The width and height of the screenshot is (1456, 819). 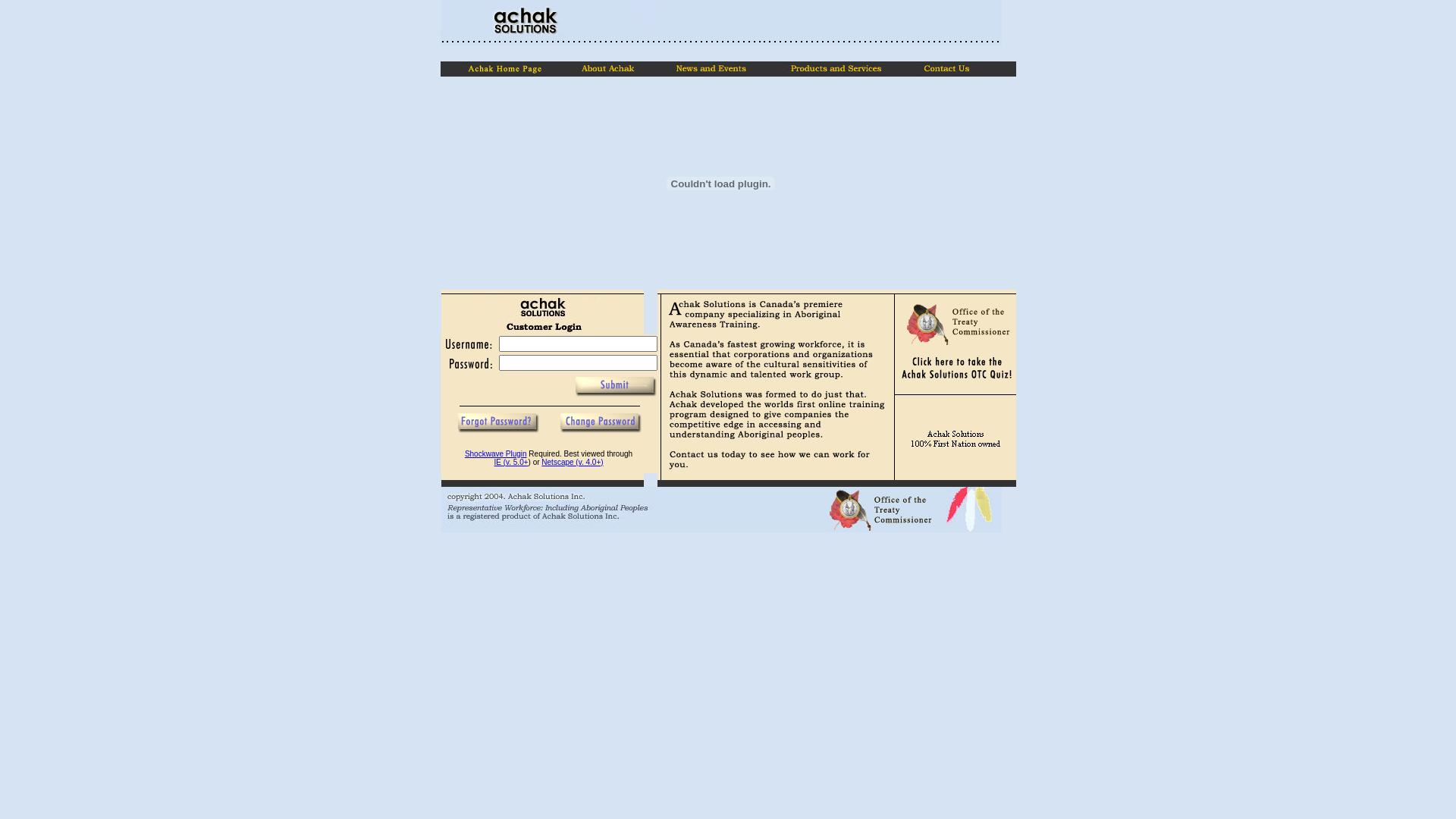 I want to click on 'Netscape (v. 4.0+)', so click(x=571, y=461).